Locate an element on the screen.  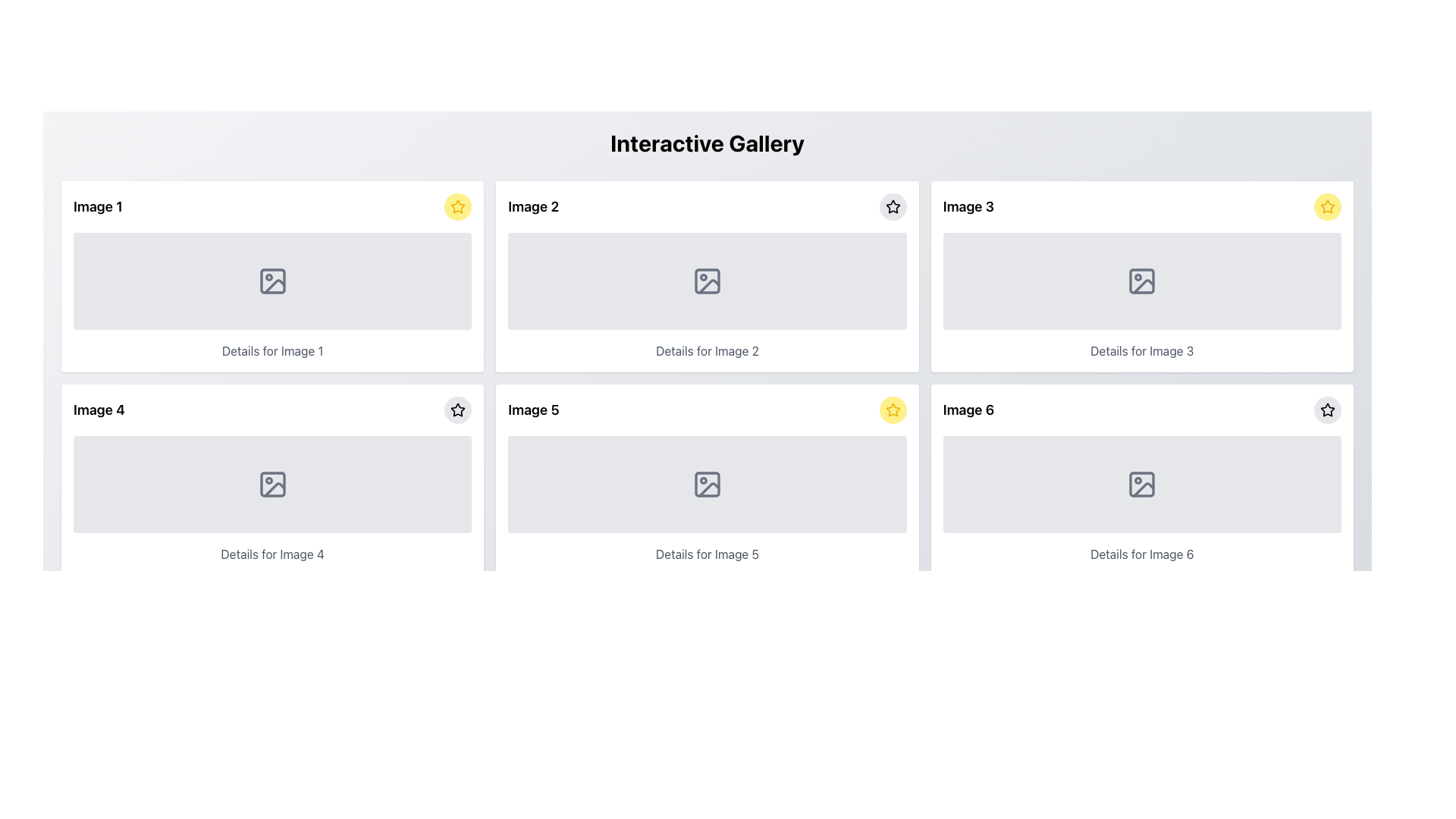
the Image placeholder icon, which is a square icon with rounded corners located within the 'Image 1' card, positioned centrally within its gray rectangle placeholder is located at coordinates (272, 281).